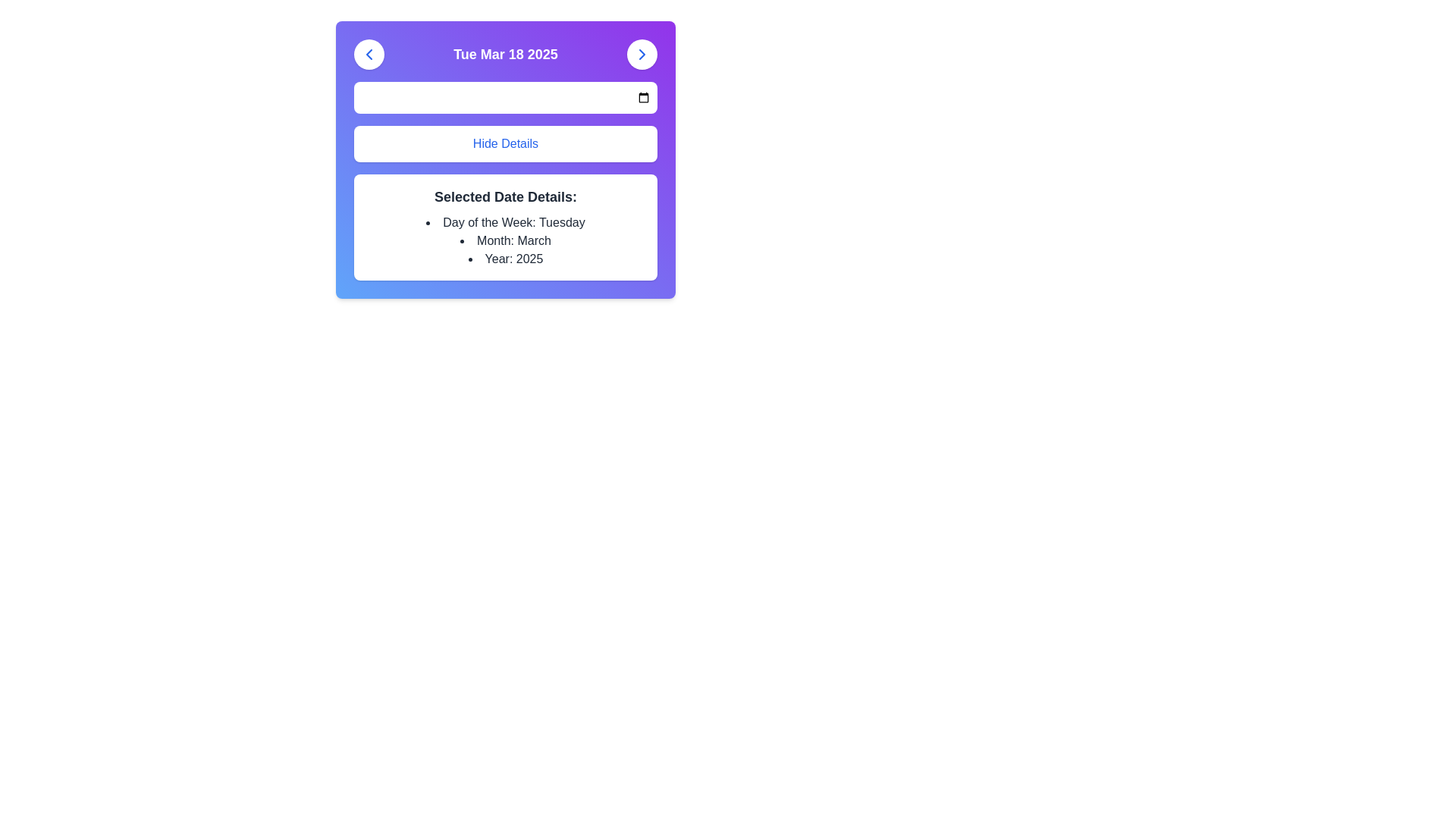 The image size is (1456, 819). What do you see at coordinates (506, 54) in the screenshot?
I see `the non-interactive text label displaying the currently selected date, located in the upper central section of the interface` at bounding box center [506, 54].